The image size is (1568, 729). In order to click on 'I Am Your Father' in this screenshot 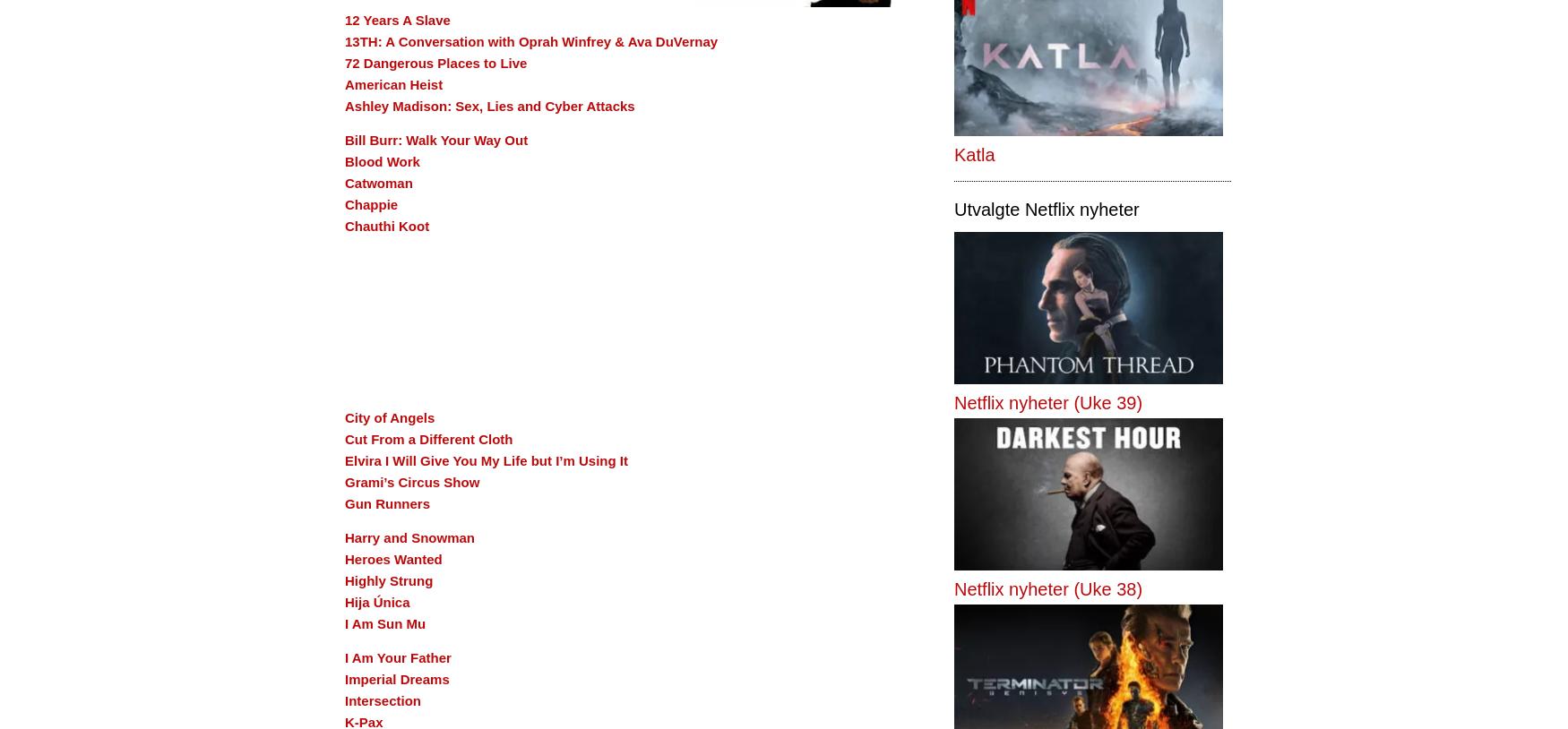, I will do `click(397, 657)`.